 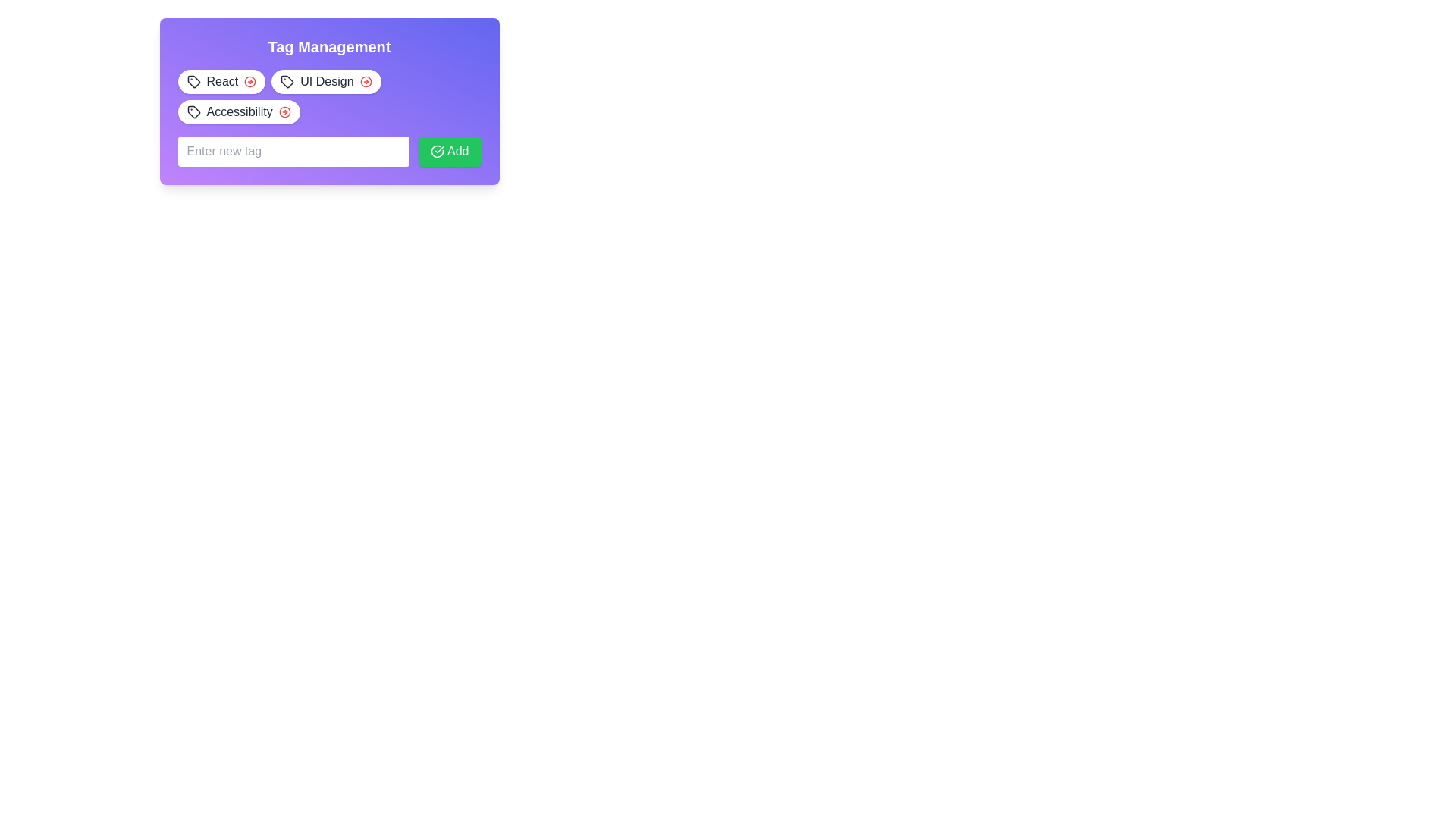 I want to click on the Icon button with a red circular arrow located to the far right of the 'React' tag, so click(x=250, y=82).